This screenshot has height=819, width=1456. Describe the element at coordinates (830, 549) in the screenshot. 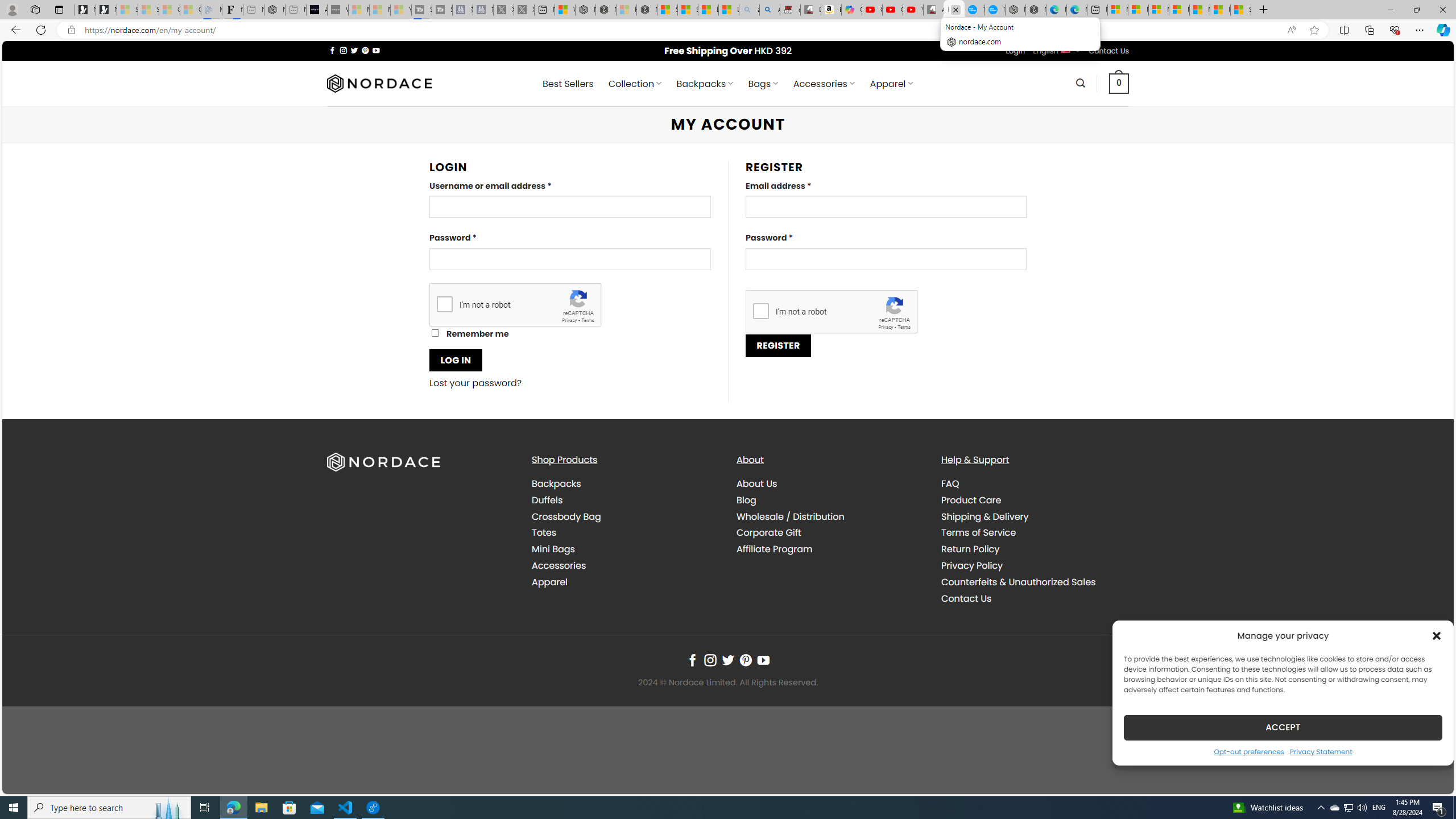

I see `'Affiliate Program'` at that location.